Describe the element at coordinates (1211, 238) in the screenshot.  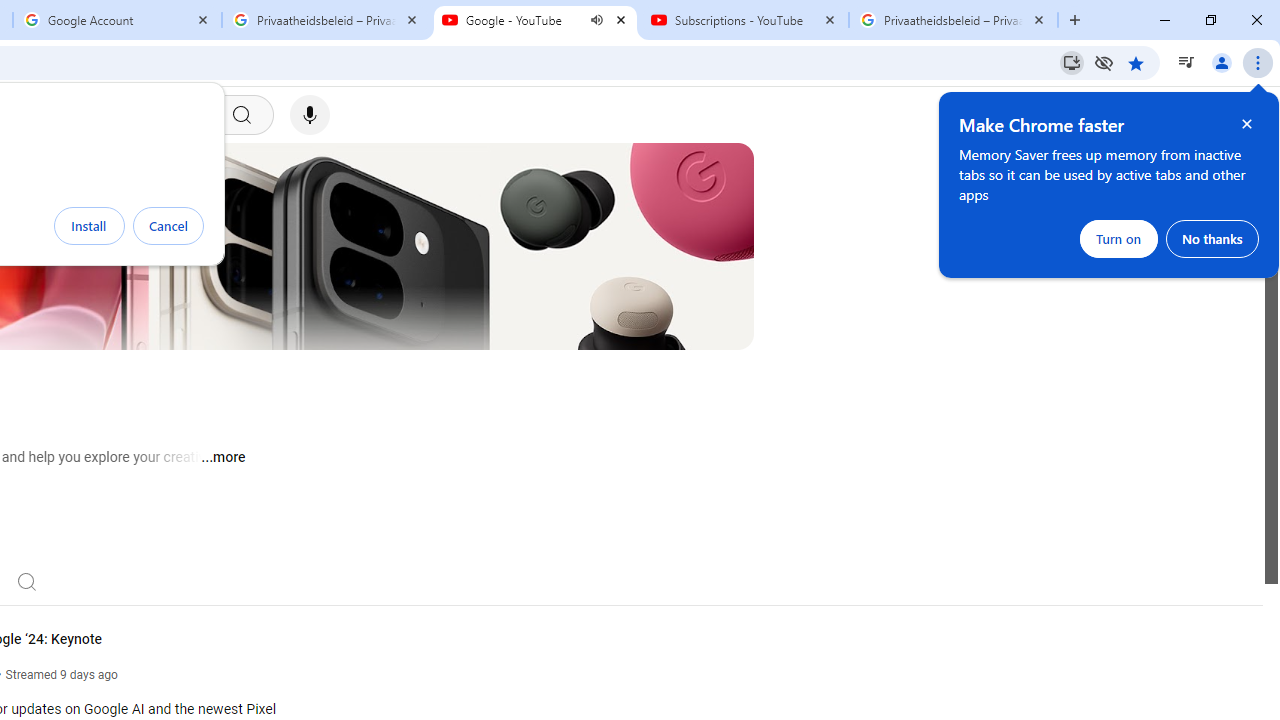
I see `'No thanks'` at that location.